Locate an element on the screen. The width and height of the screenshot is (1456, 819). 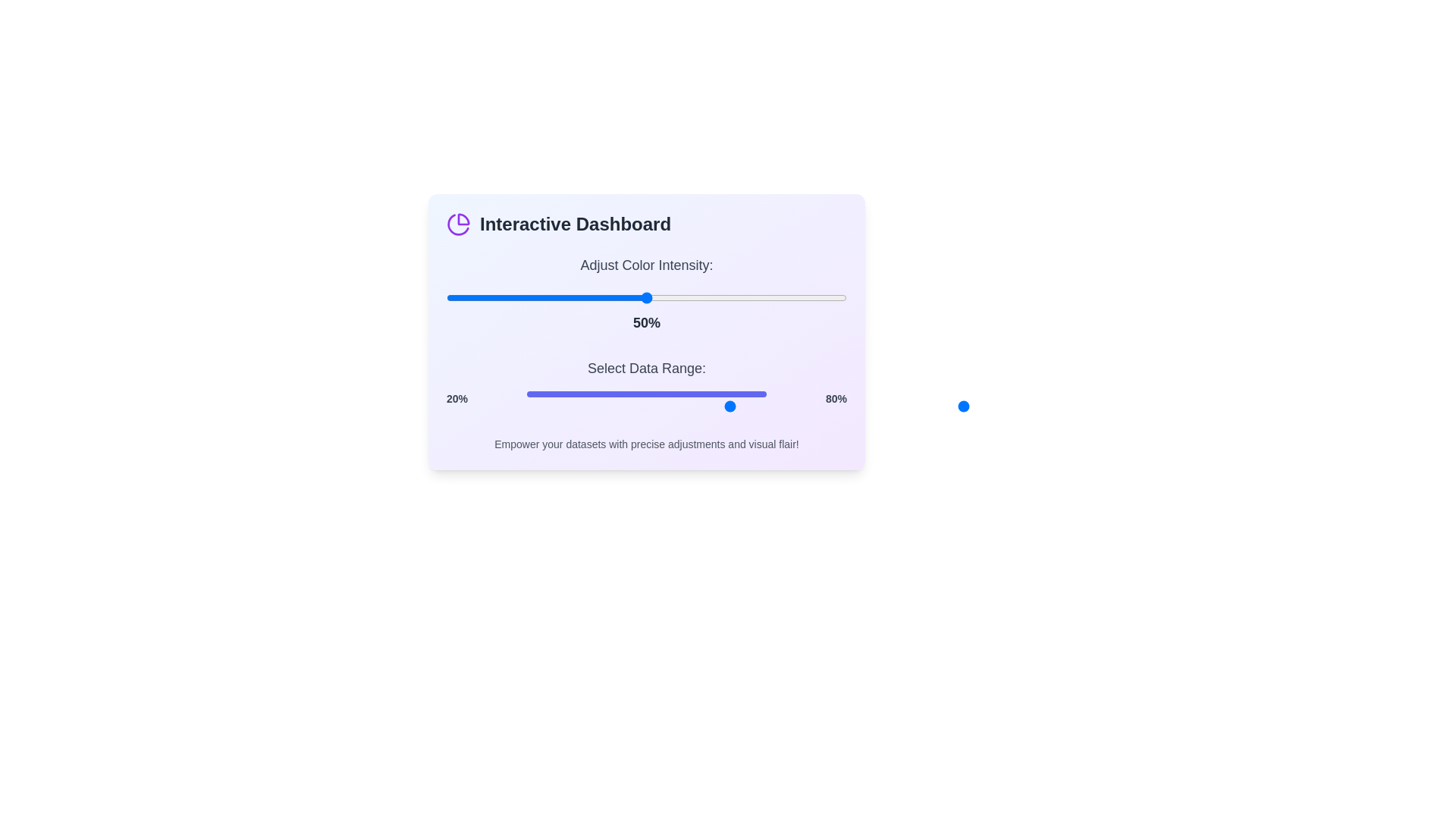
the Text header titled 'Interactive Dashboard' located at the top of the card layout is located at coordinates (647, 224).